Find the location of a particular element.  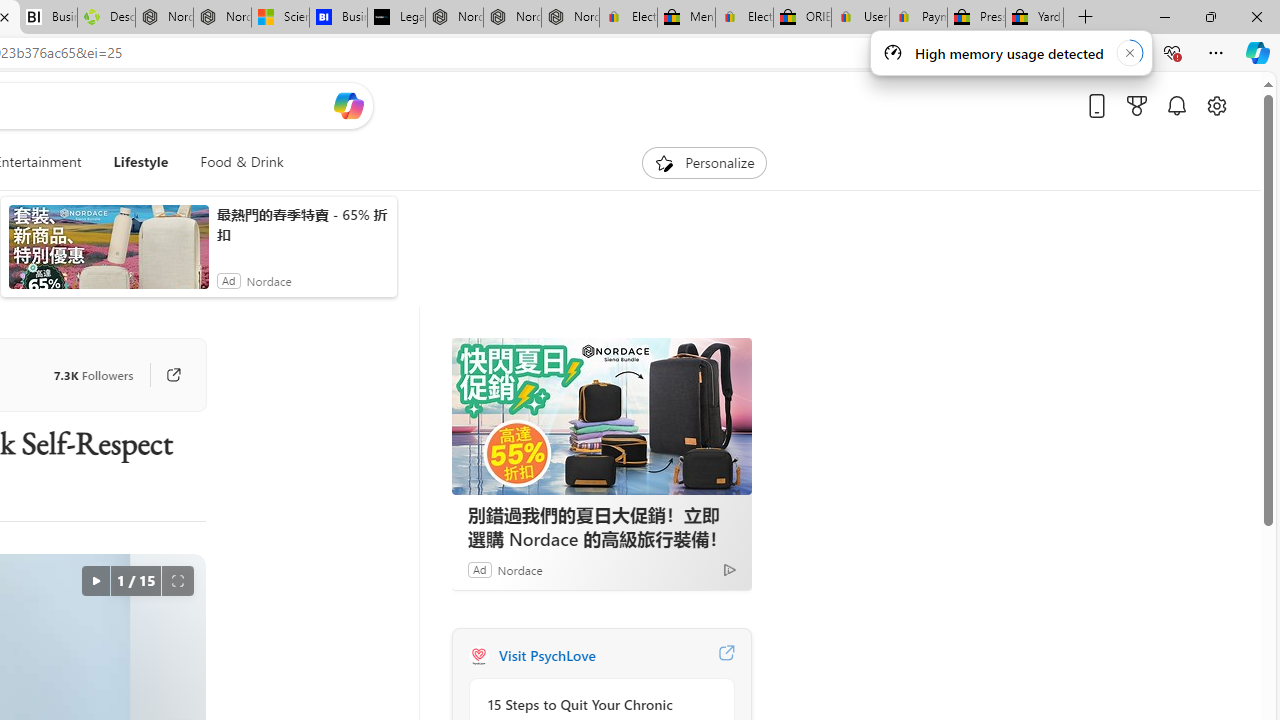

'Open settings' is located at coordinates (1215, 105).